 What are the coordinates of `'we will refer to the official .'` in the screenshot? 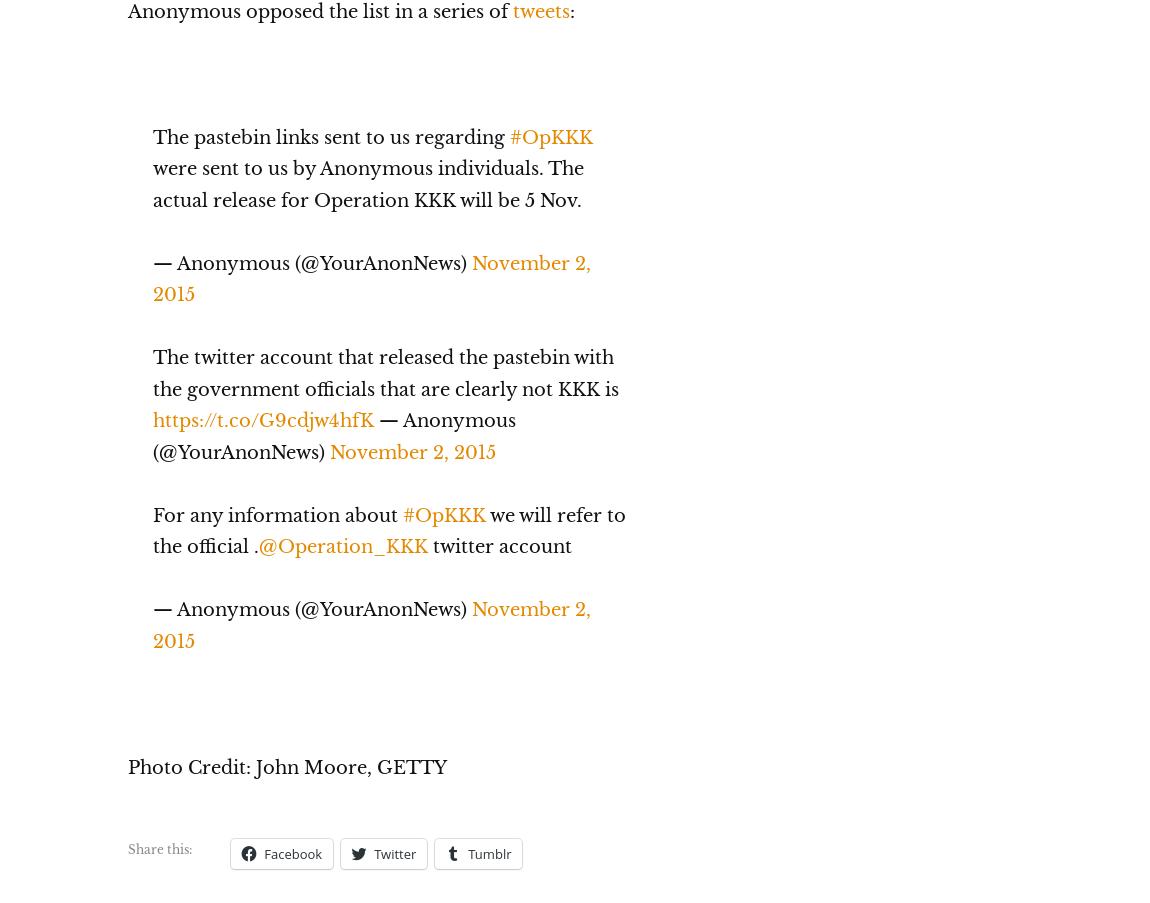 It's located at (388, 529).